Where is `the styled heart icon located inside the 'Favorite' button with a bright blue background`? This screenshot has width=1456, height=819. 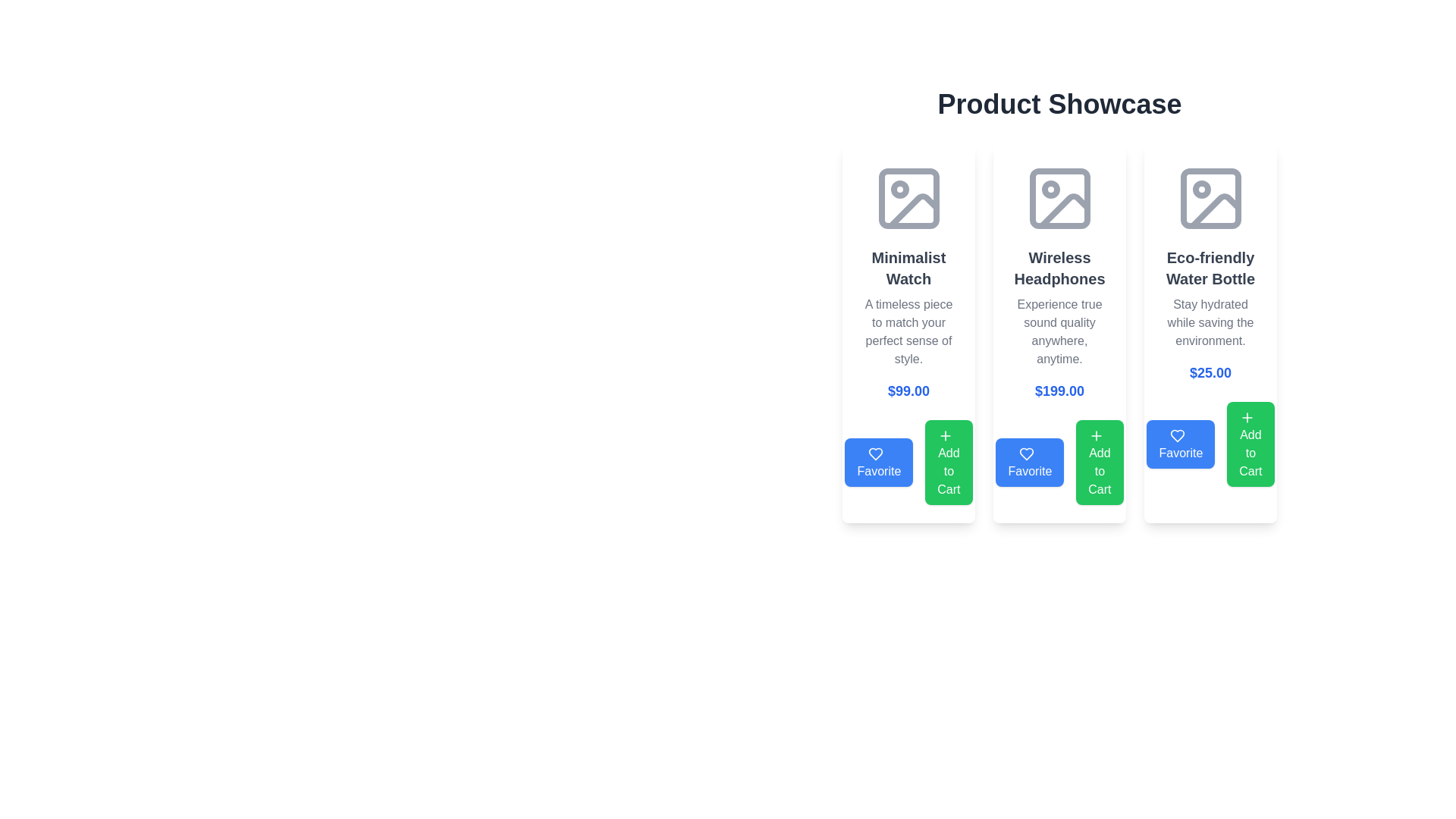
the styled heart icon located inside the 'Favorite' button with a bright blue background is located at coordinates (876, 453).